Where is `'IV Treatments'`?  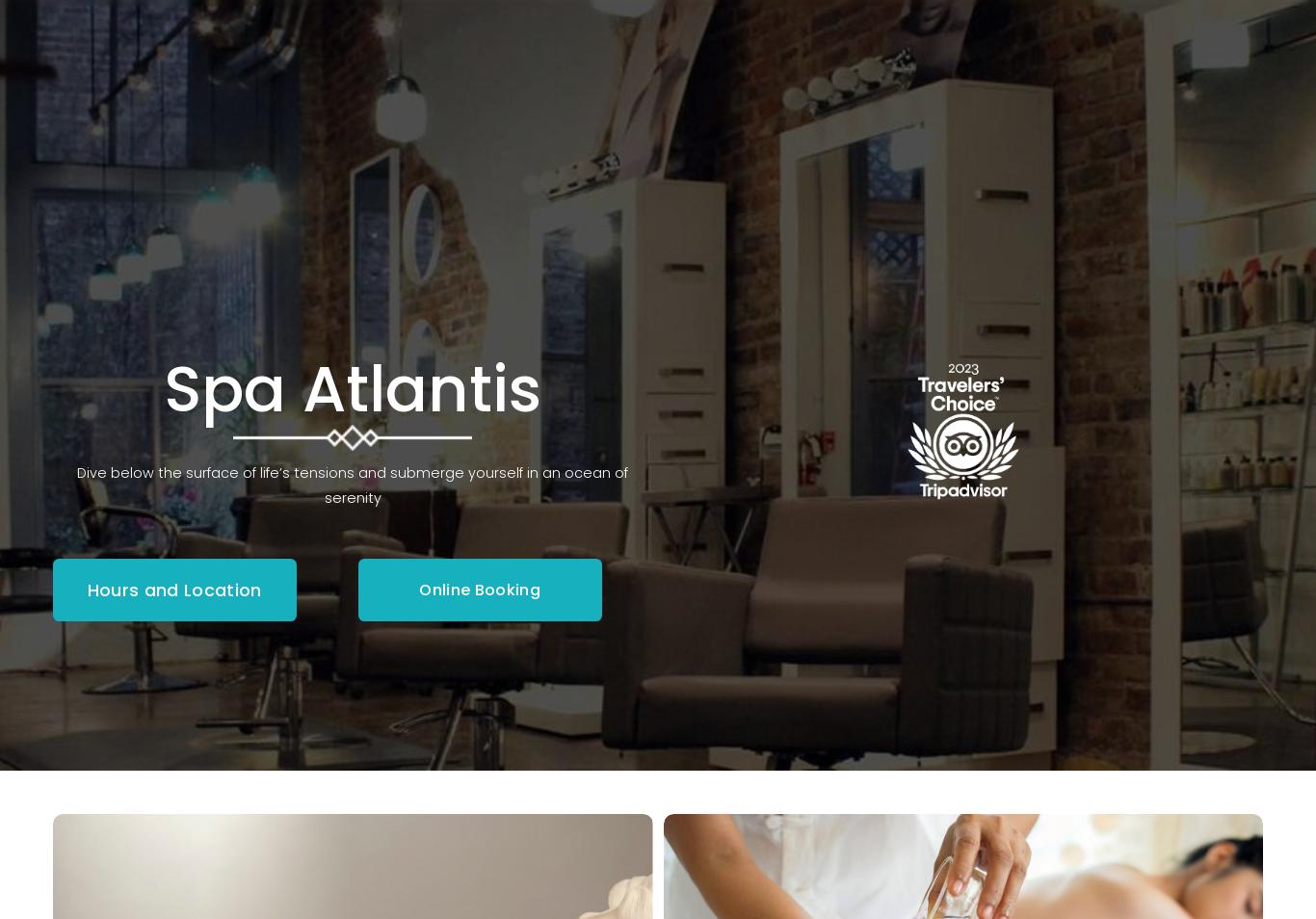 'IV Treatments' is located at coordinates (522, 299).